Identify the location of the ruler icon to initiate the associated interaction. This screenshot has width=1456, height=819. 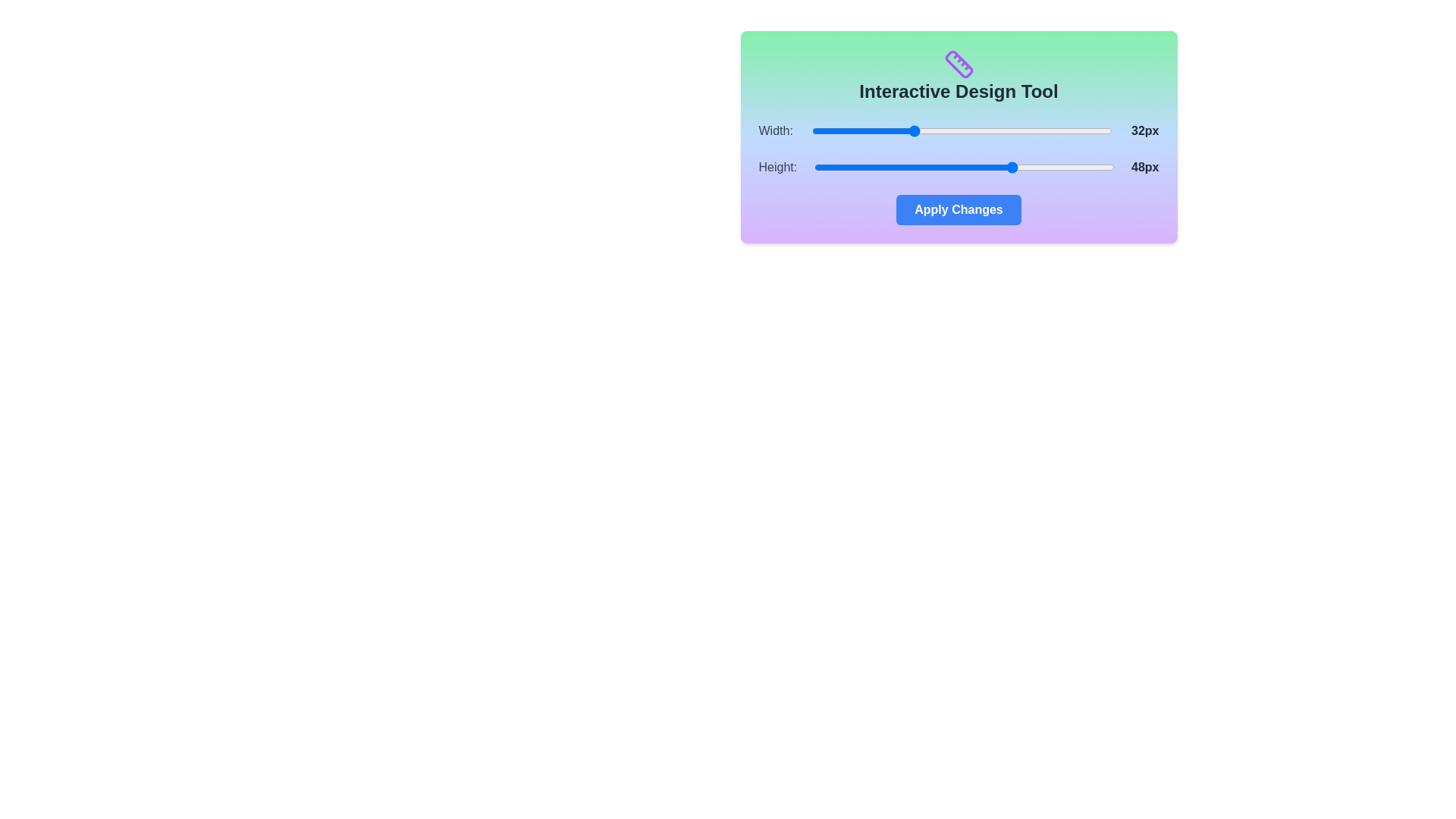
(958, 63).